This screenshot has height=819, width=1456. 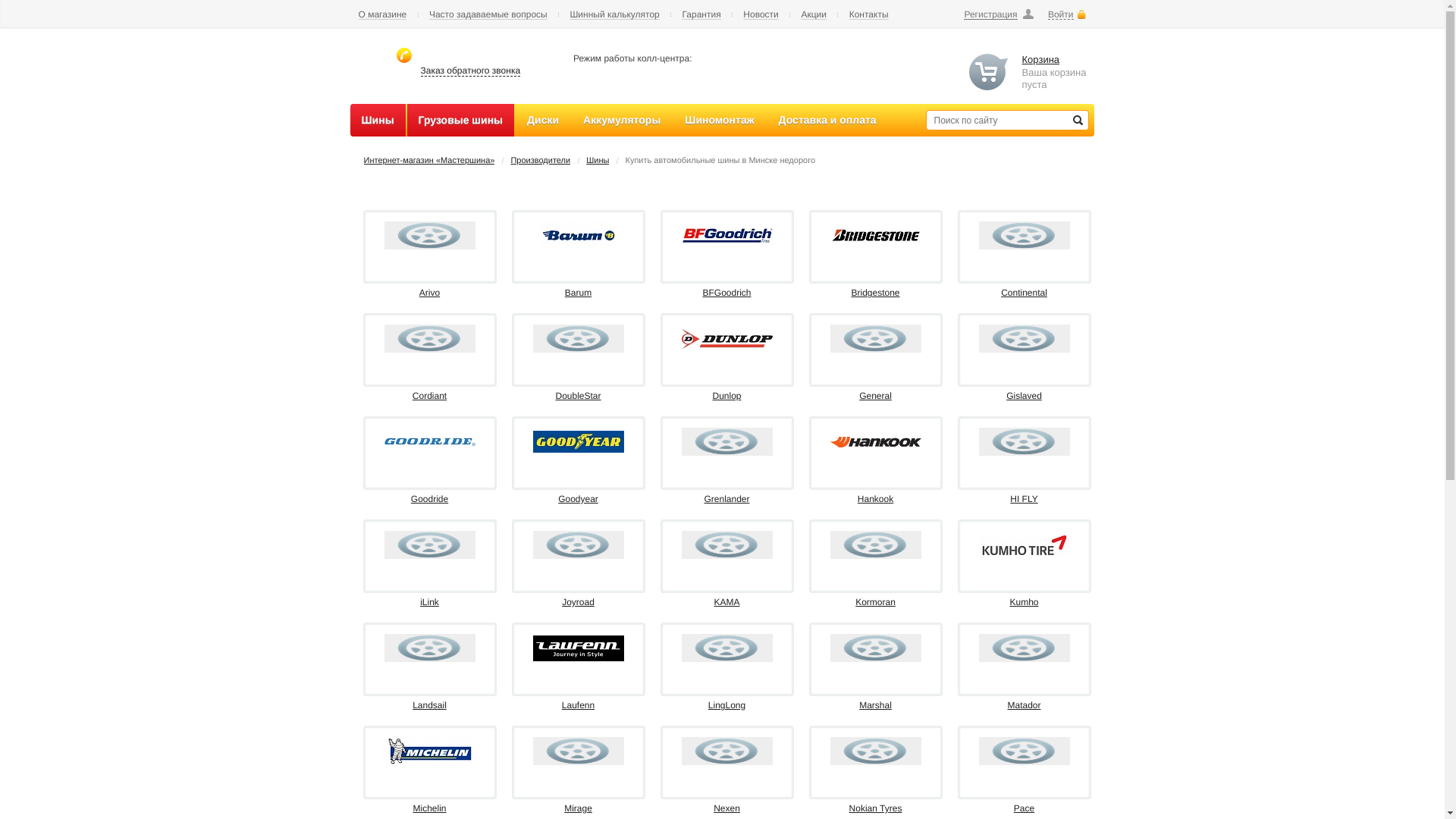 What do you see at coordinates (726, 807) in the screenshot?
I see `'Nexen'` at bounding box center [726, 807].